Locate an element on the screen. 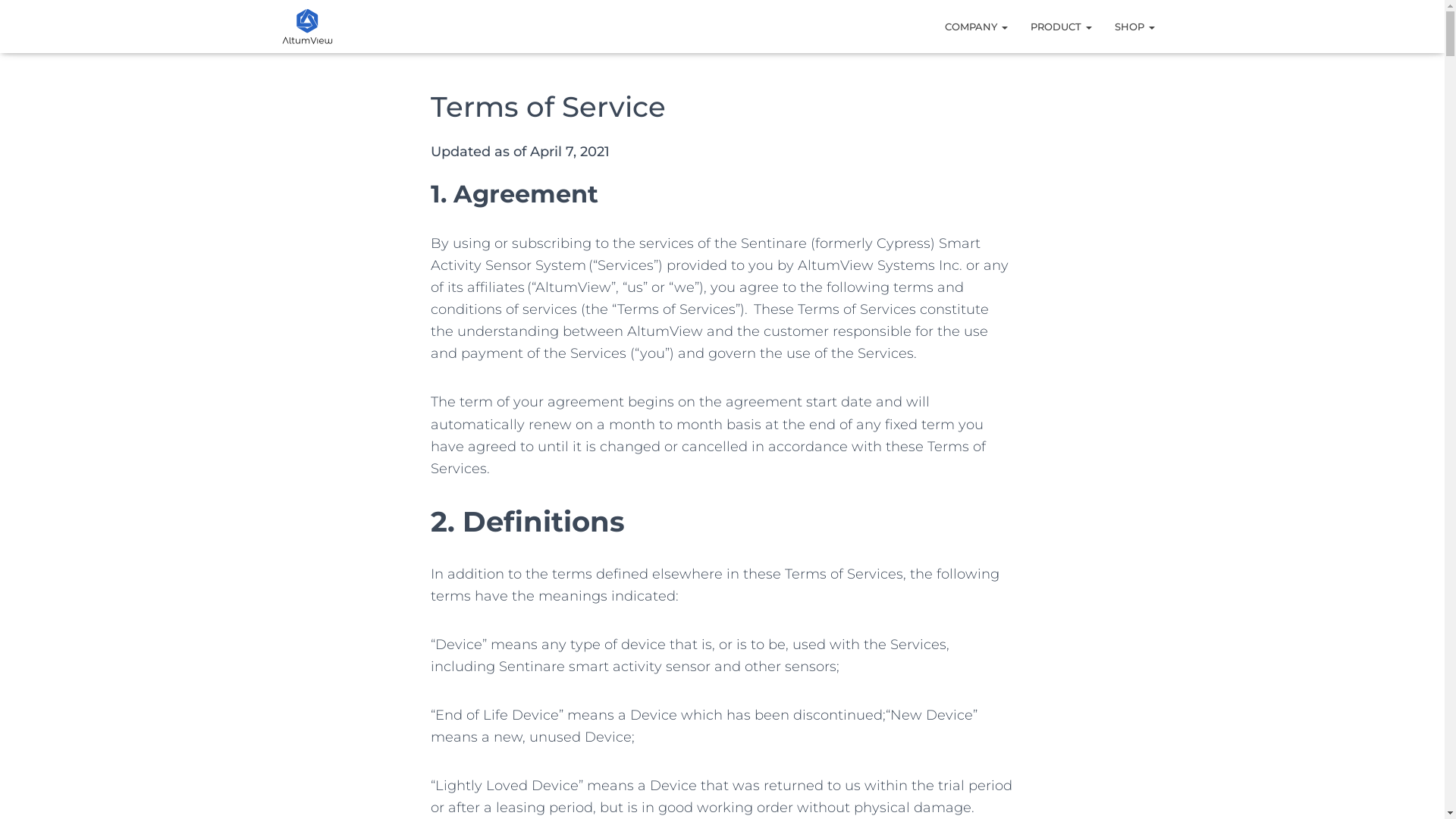 Image resolution: width=1456 pixels, height=819 pixels. 'SHOP' is located at coordinates (1134, 26).